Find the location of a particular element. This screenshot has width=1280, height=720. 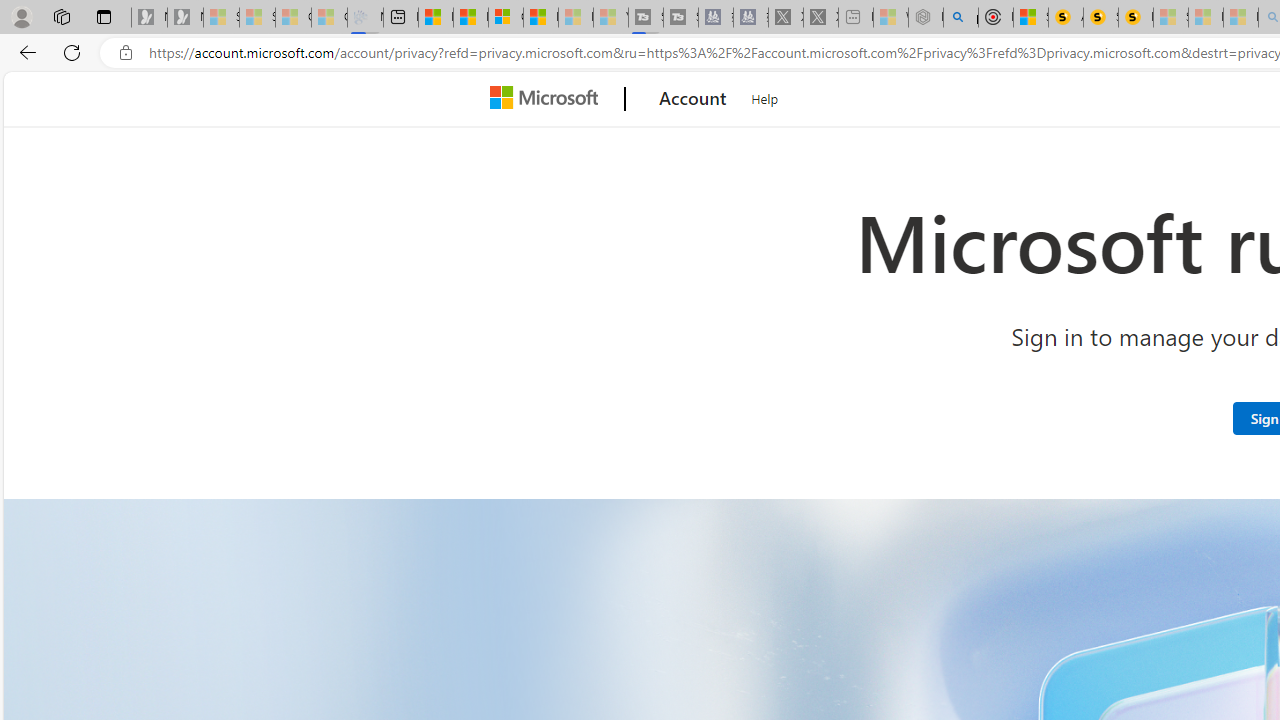

'poe - Search' is located at coordinates (960, 17).